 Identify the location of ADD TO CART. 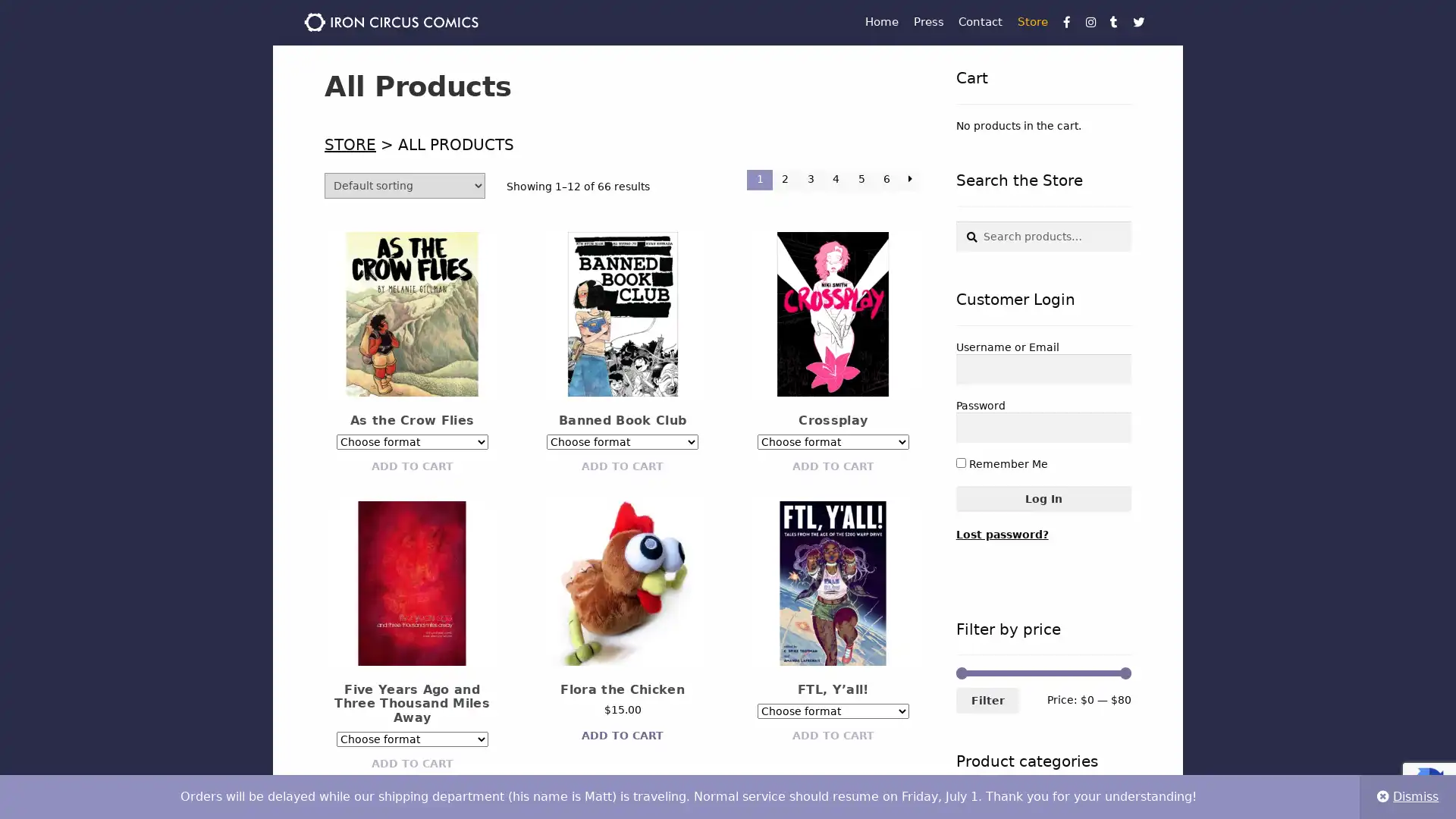
(832, 465).